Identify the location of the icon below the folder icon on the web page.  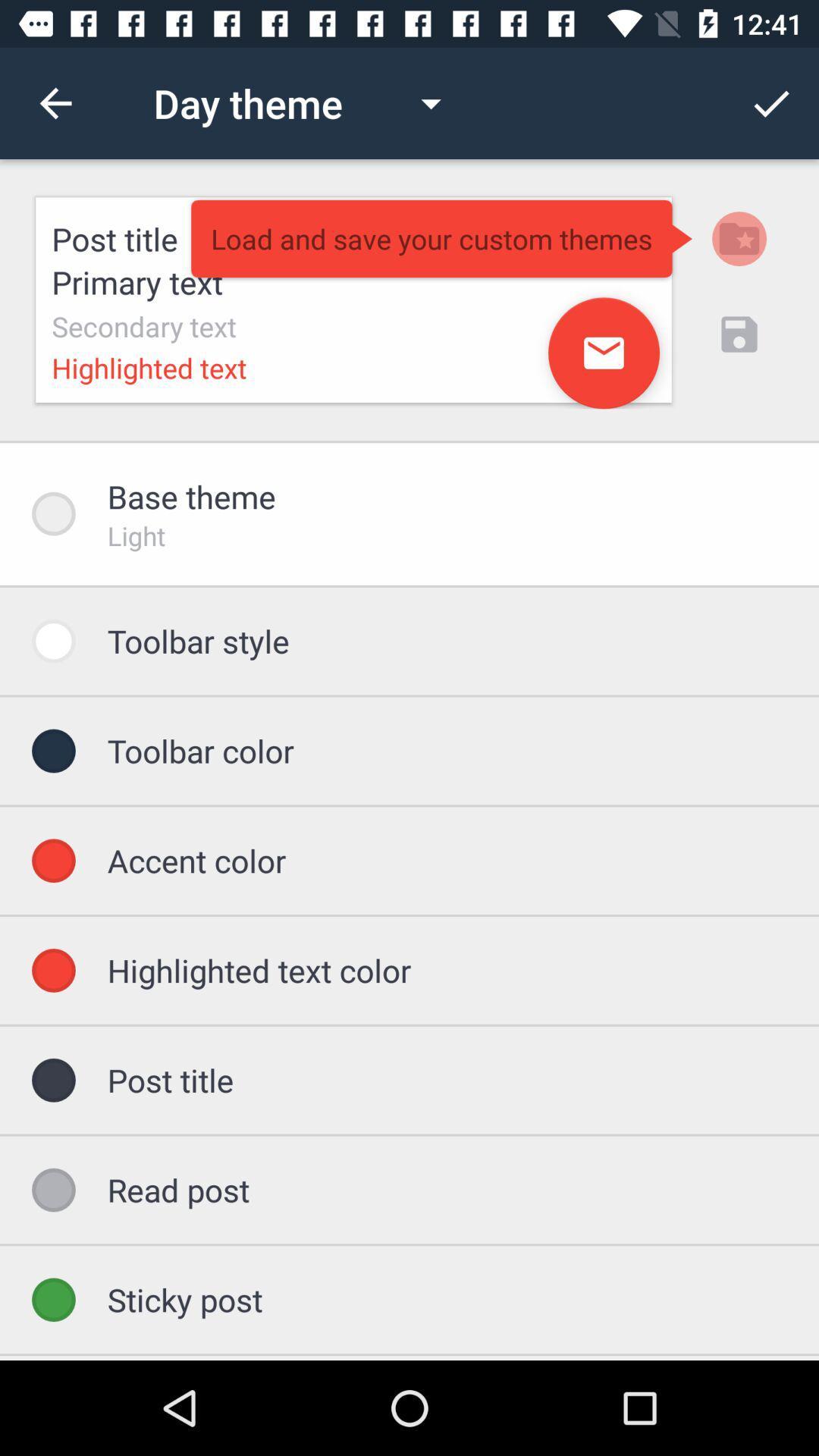
(739, 334).